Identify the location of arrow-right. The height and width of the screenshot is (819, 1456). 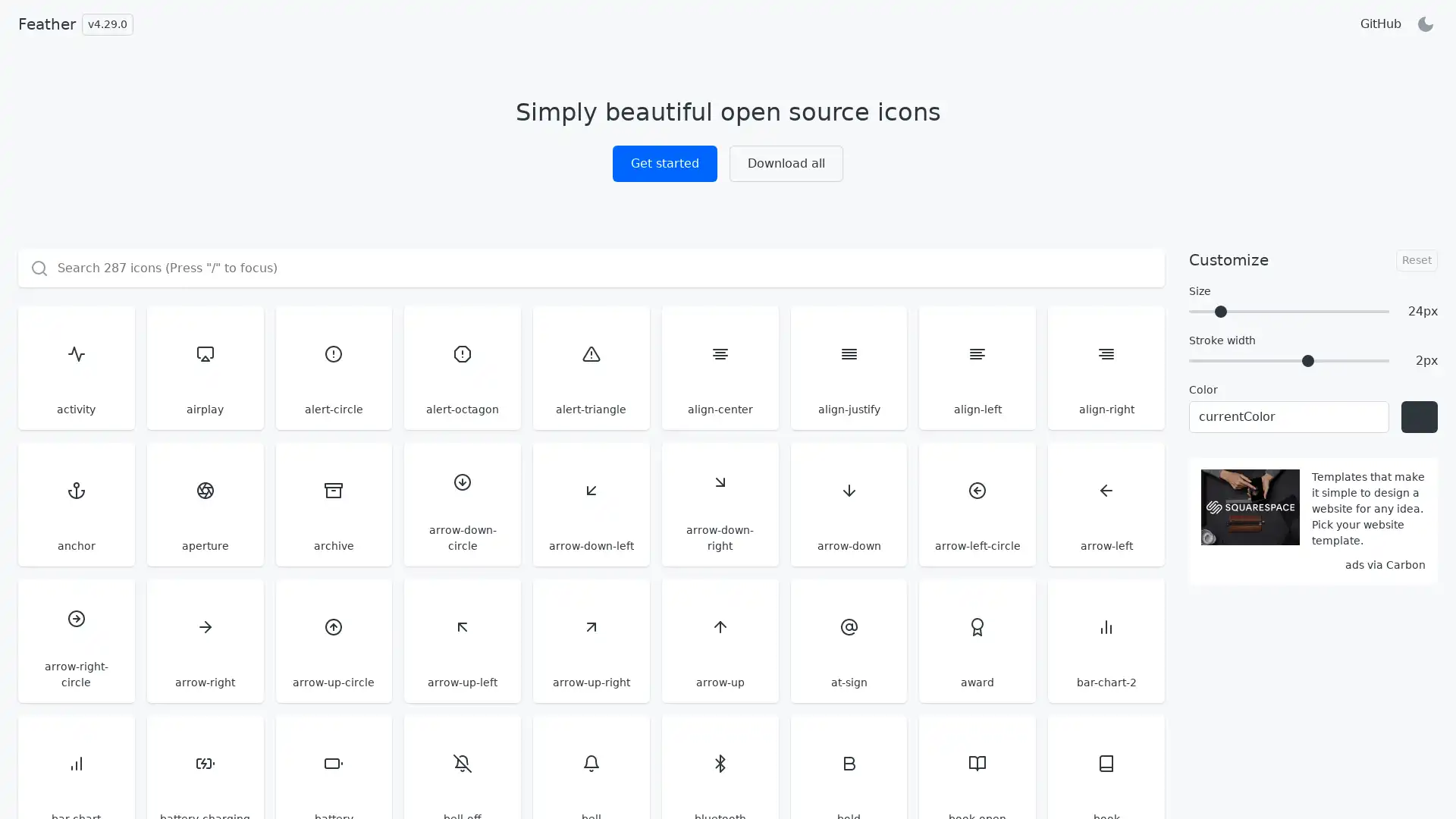
(203, 640).